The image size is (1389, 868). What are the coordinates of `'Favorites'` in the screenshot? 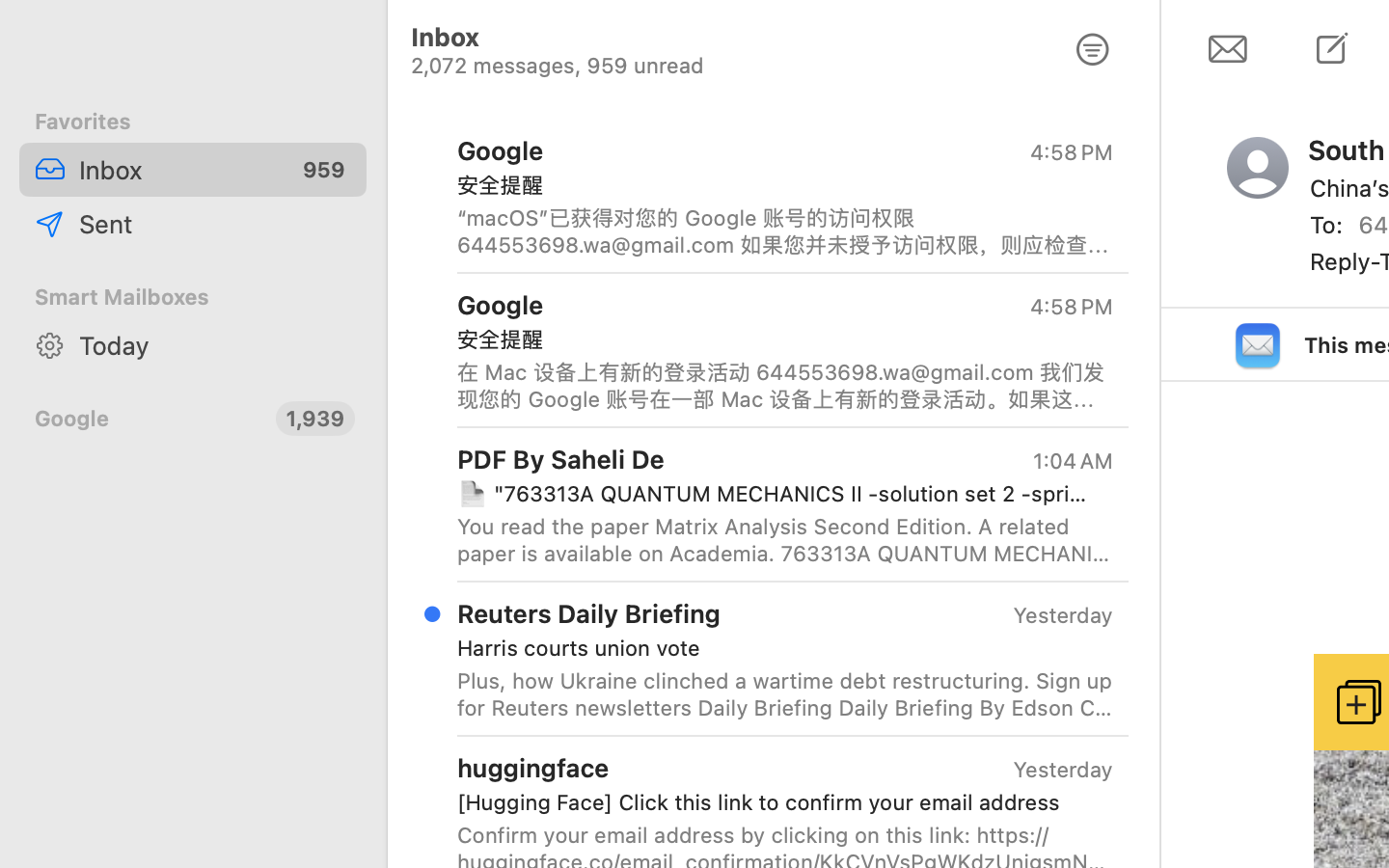 It's located at (193, 122).